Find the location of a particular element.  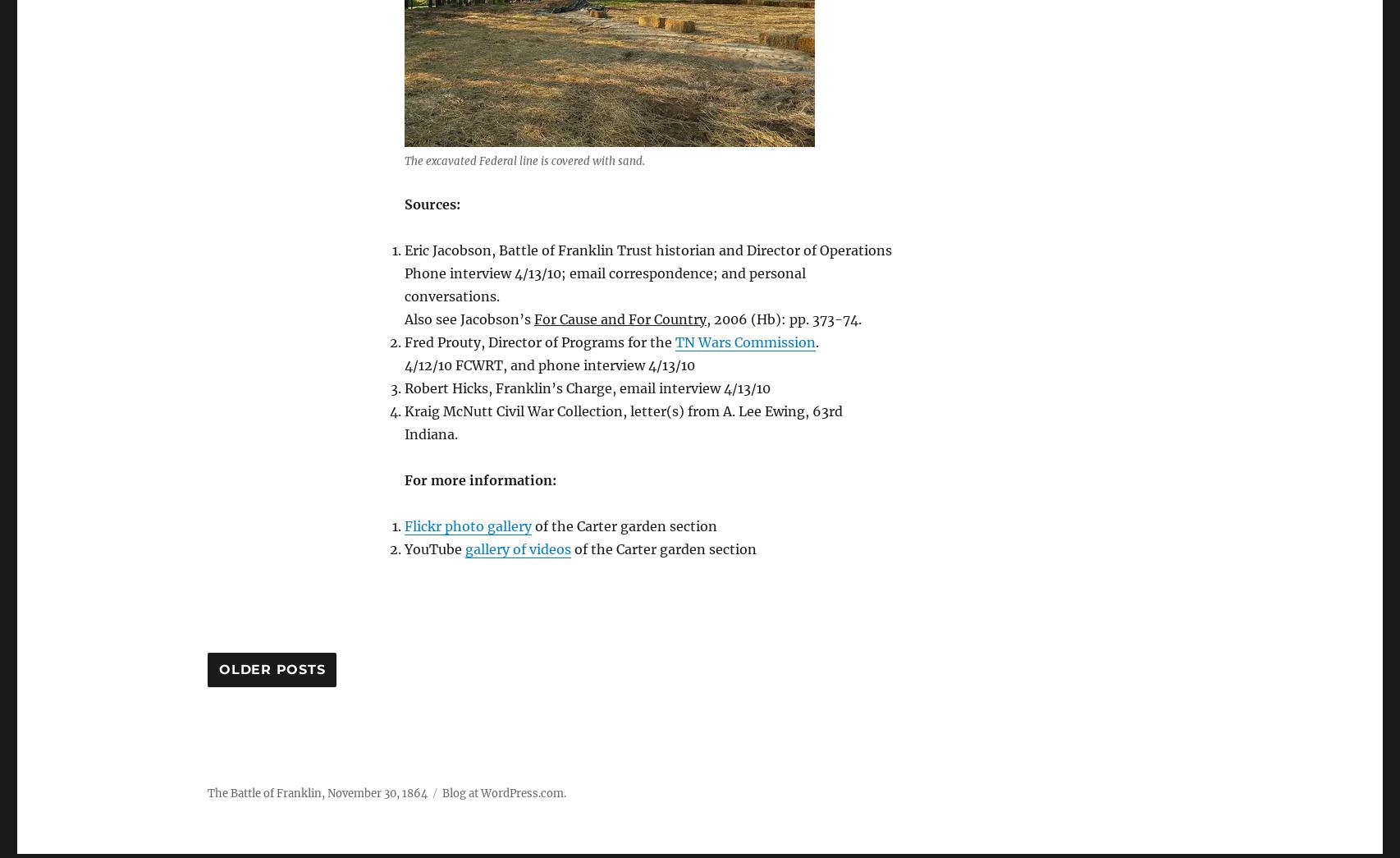

'Eric Jacobson, Battle of Franklin Trust historian and Director of Operations' is located at coordinates (647, 249).